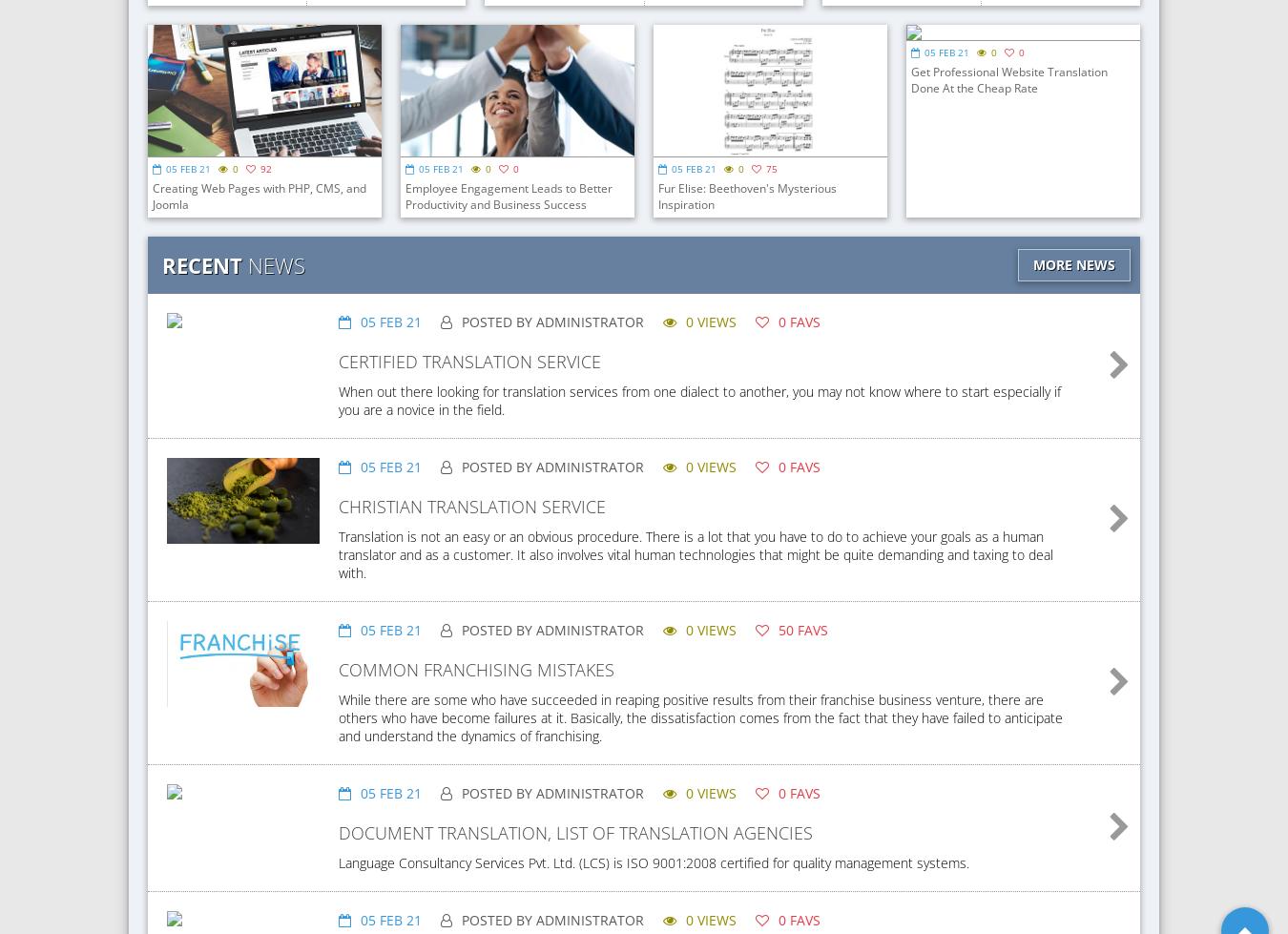 The image size is (1288, 934). Describe the element at coordinates (201, 265) in the screenshot. I see `'Recent'` at that location.